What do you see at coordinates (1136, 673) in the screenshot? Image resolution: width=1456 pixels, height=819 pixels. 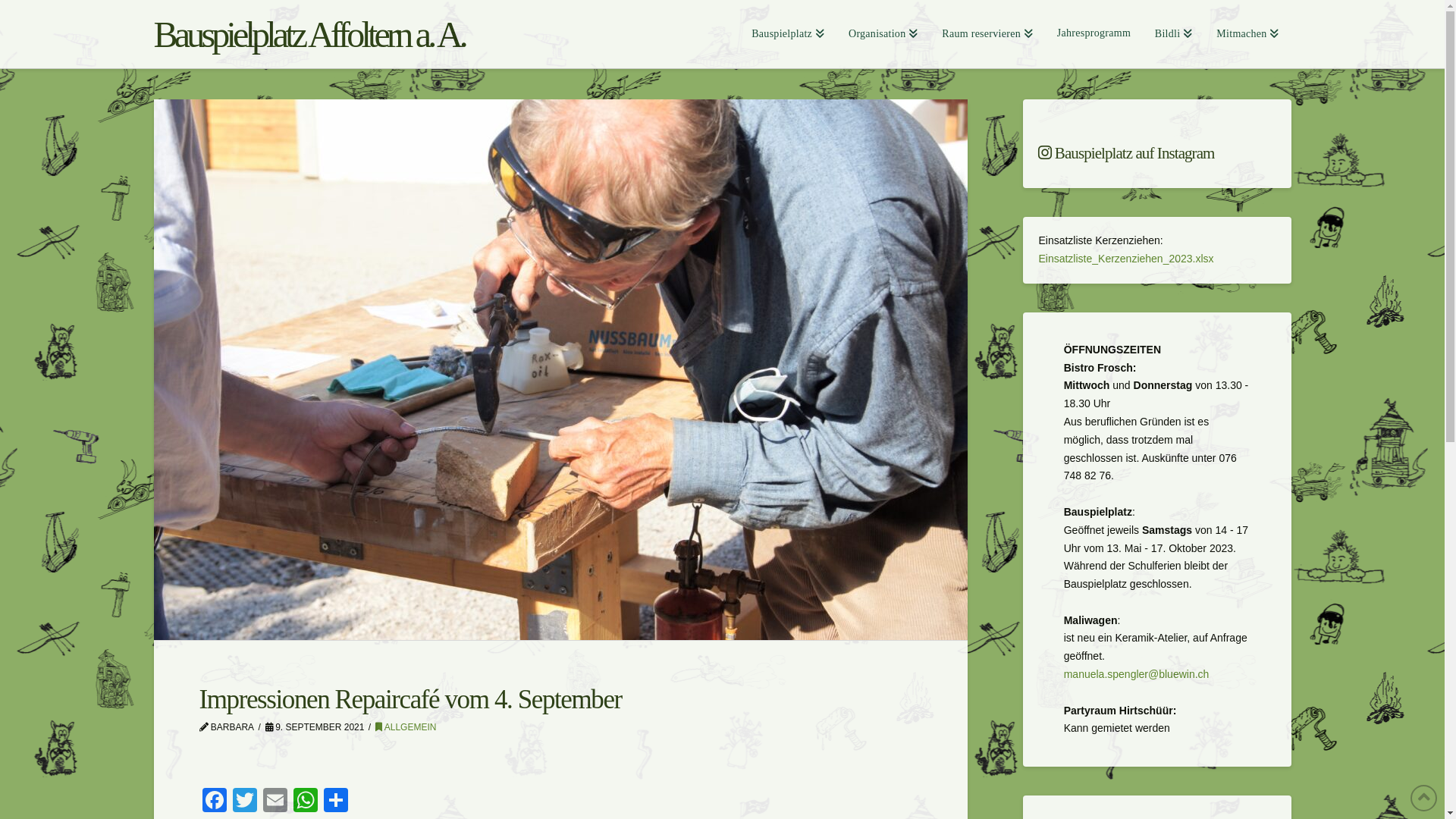 I see `'manuela.spengler@bluewin.ch'` at bounding box center [1136, 673].